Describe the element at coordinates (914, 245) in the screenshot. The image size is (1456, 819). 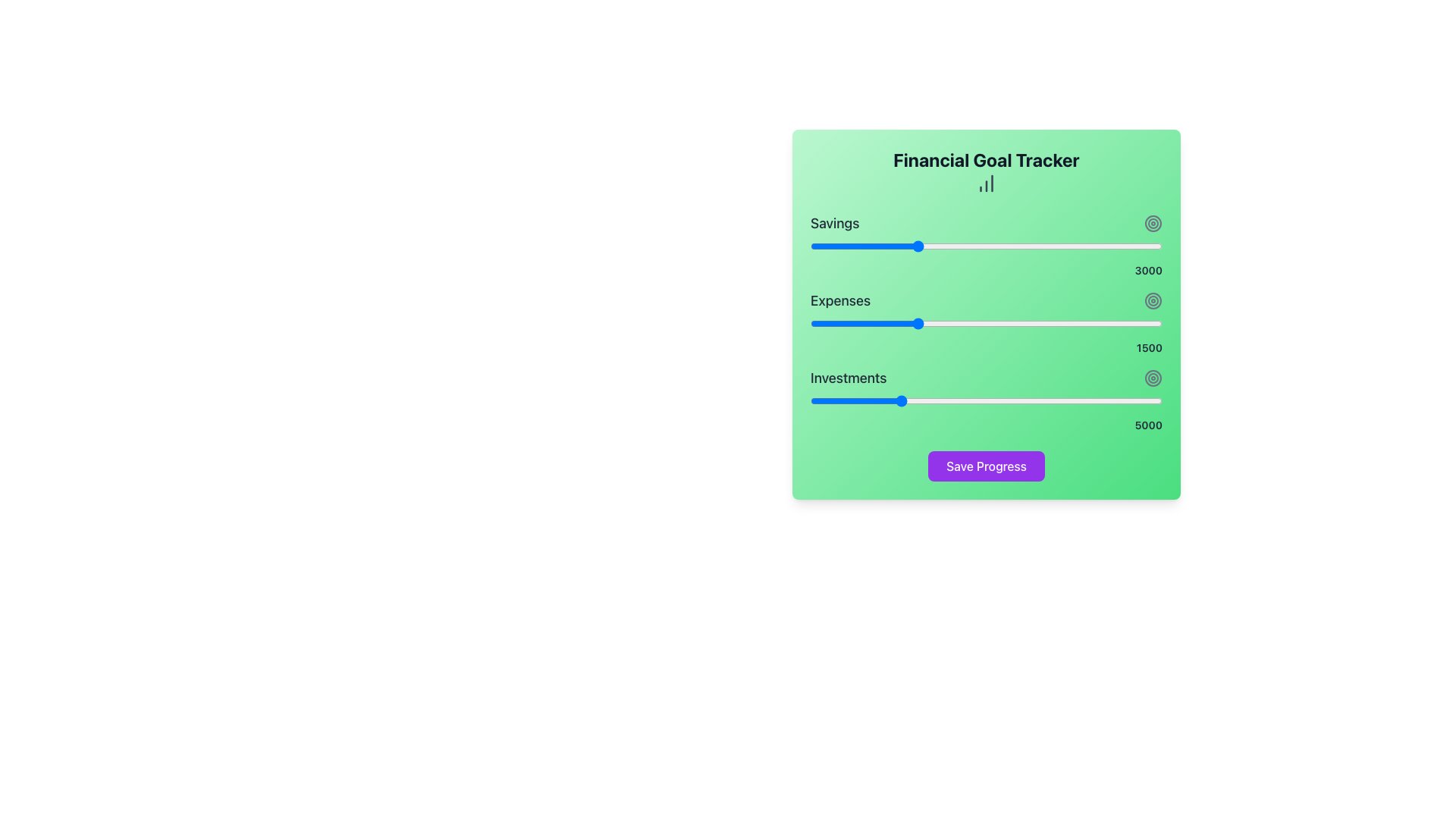
I see `the Savings slider` at that location.